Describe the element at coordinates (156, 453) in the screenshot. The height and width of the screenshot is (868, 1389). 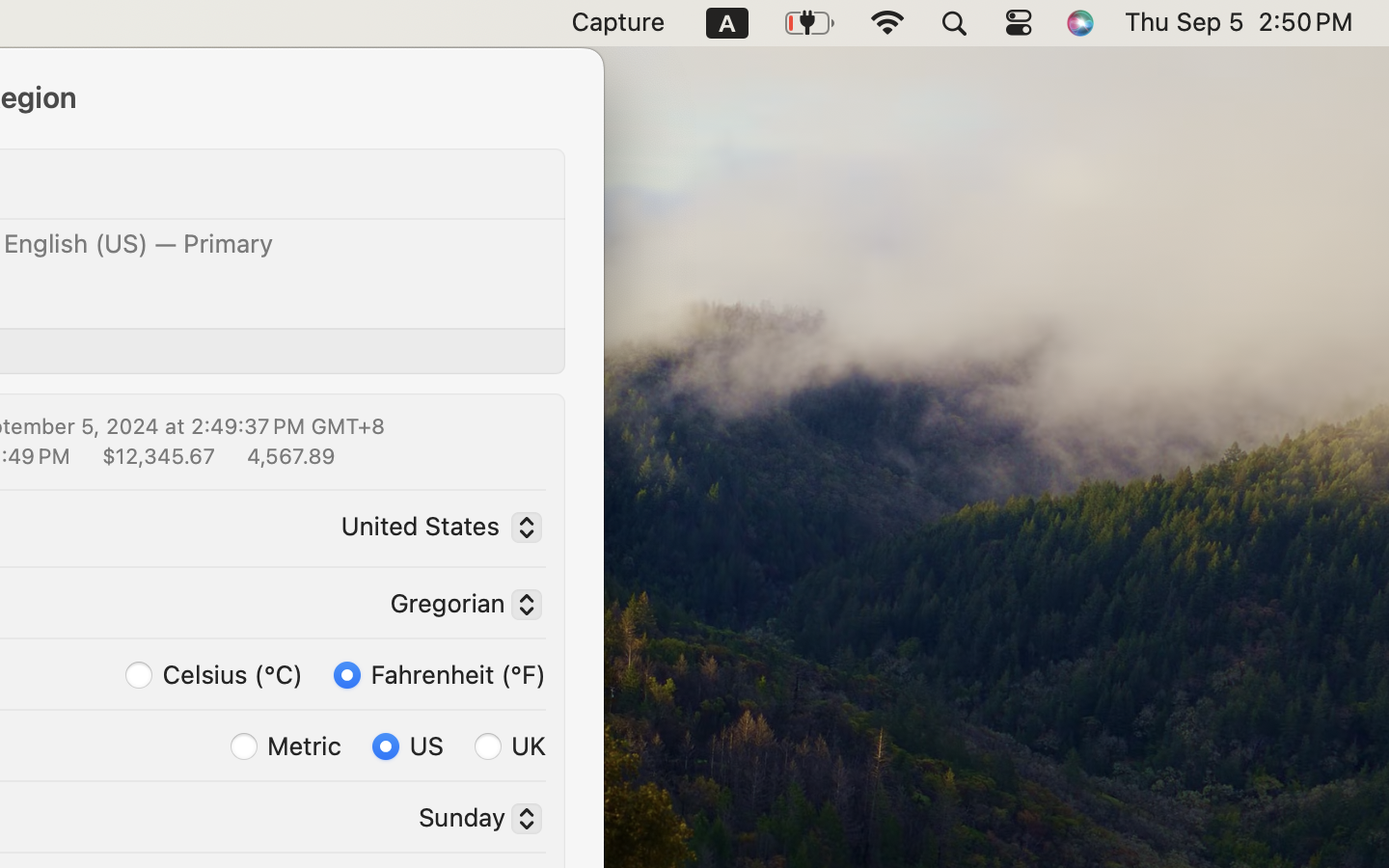
I see `'$12,345.67'` at that location.